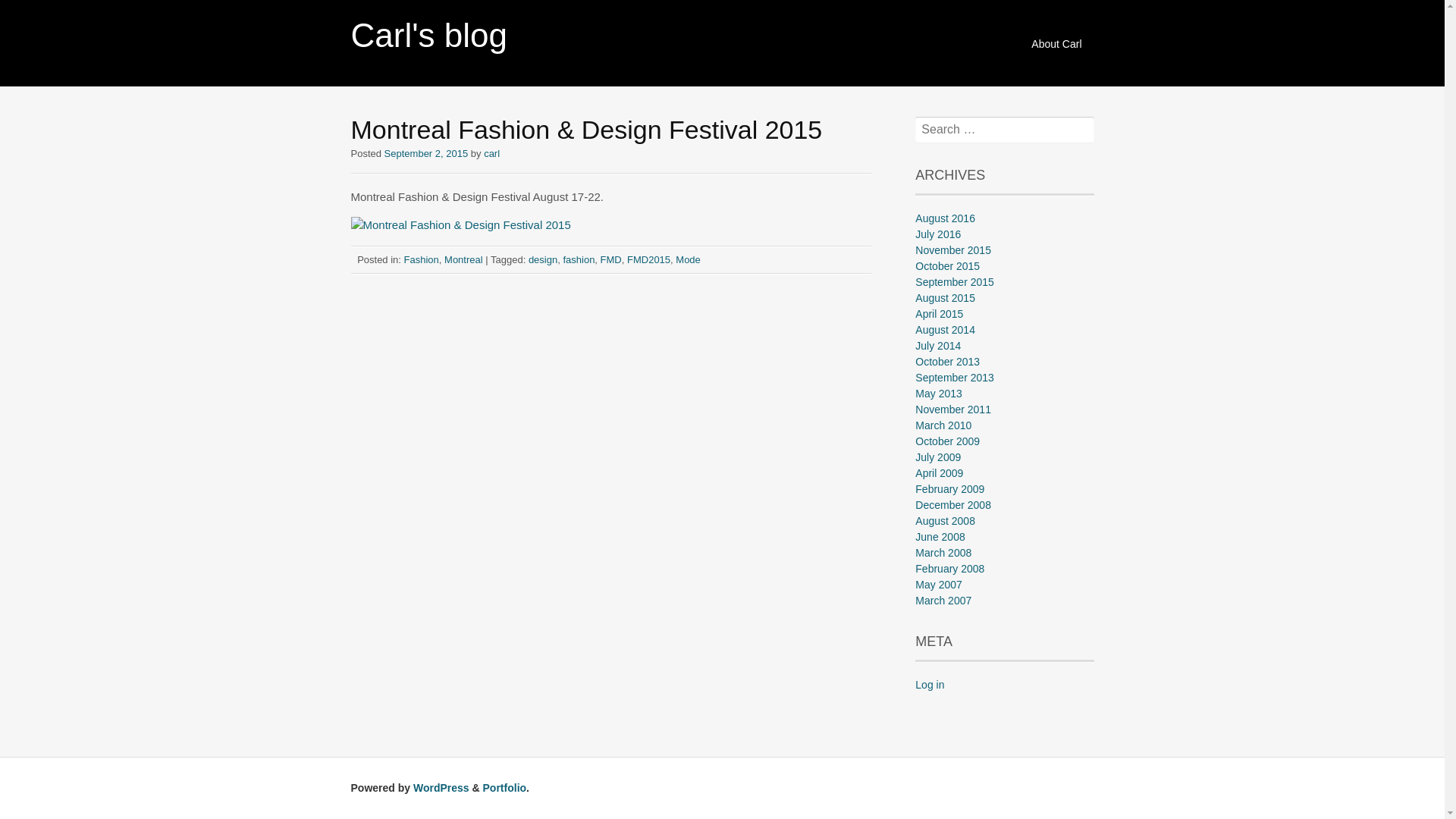 The width and height of the screenshot is (1456, 819). I want to click on 'June 2008', so click(914, 536).